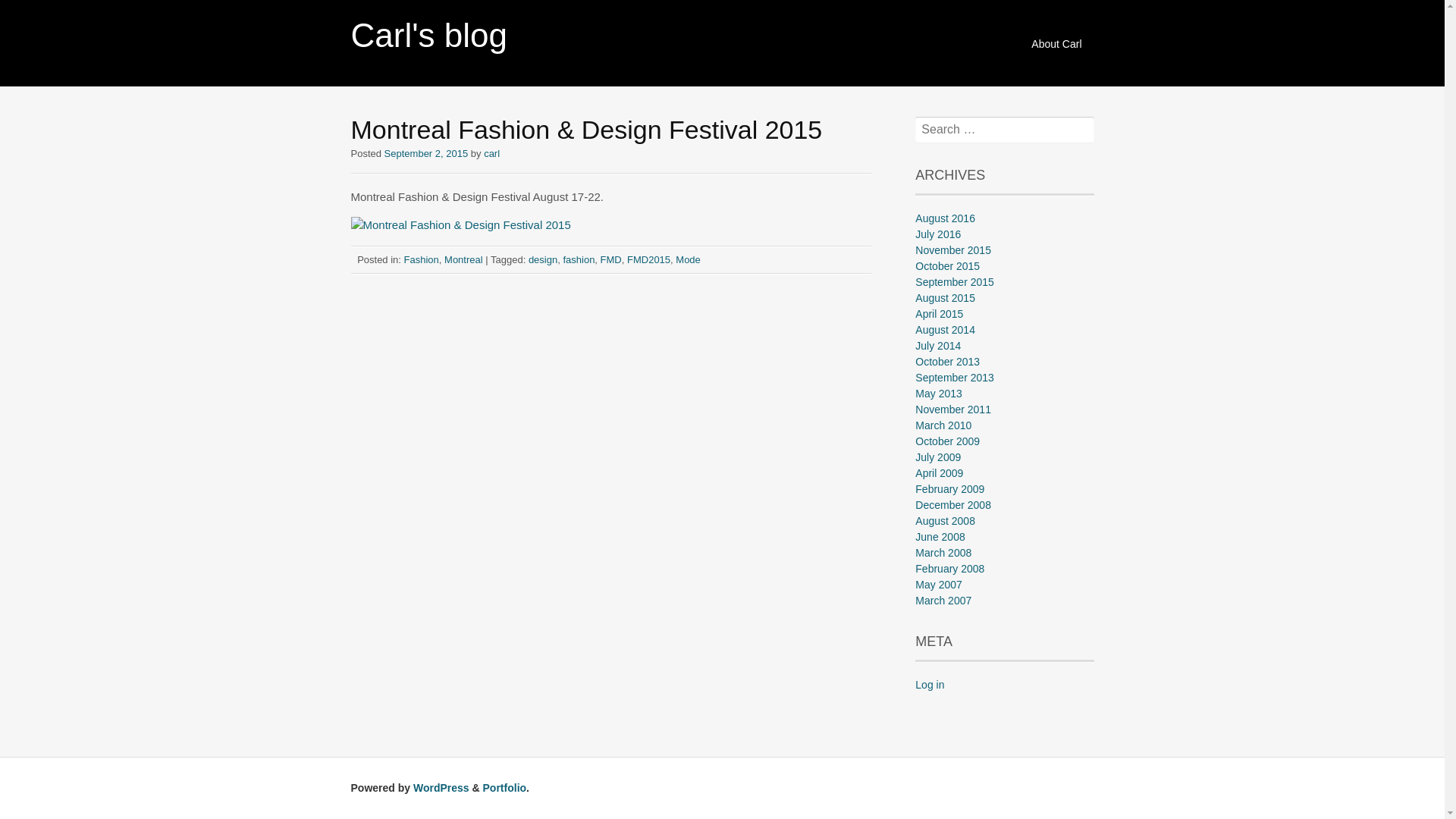 The width and height of the screenshot is (1456, 819). I want to click on 'June 2008', so click(914, 536).